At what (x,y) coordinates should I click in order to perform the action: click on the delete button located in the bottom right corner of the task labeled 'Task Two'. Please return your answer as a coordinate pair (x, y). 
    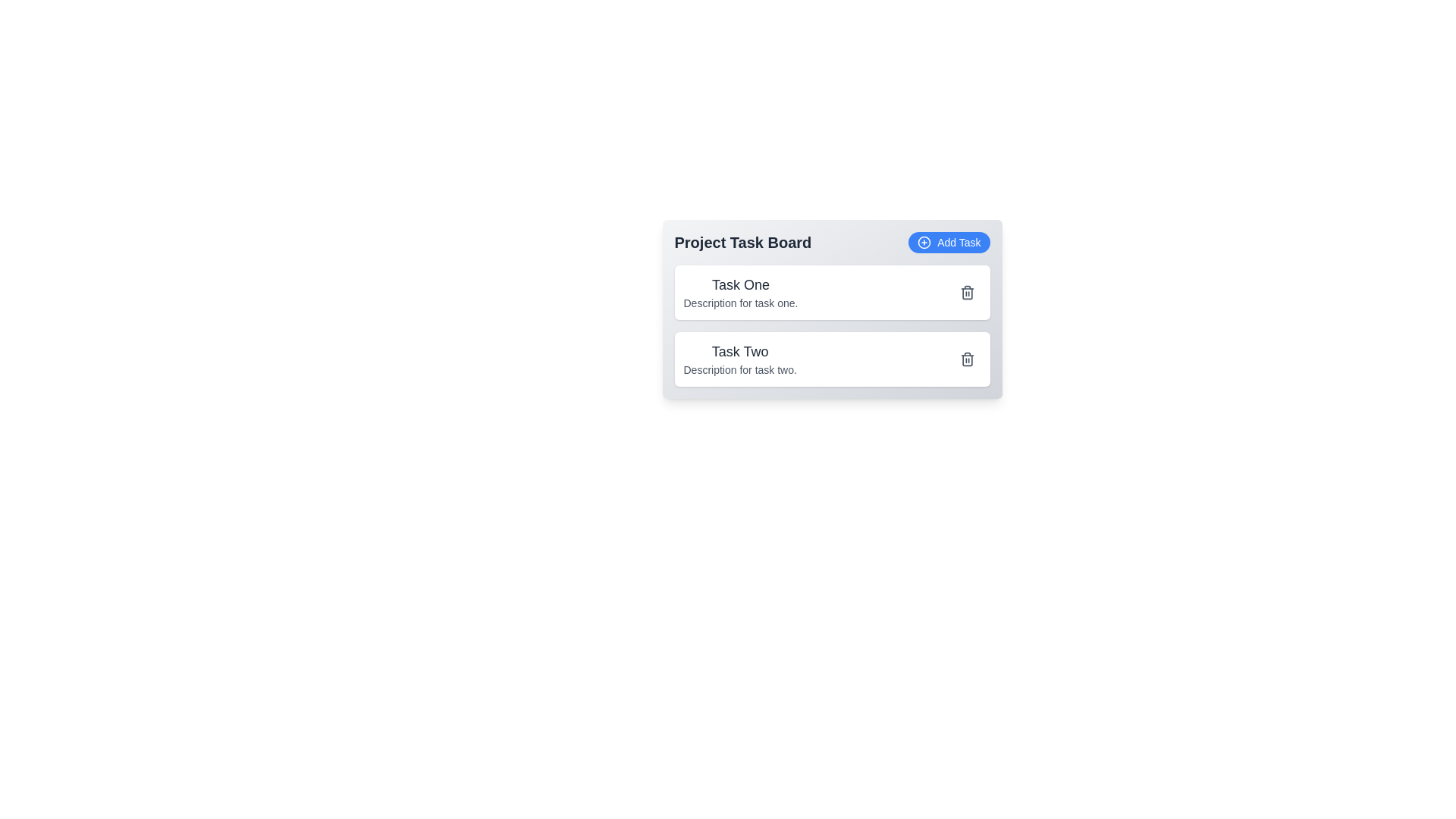
    Looking at the image, I should click on (966, 359).